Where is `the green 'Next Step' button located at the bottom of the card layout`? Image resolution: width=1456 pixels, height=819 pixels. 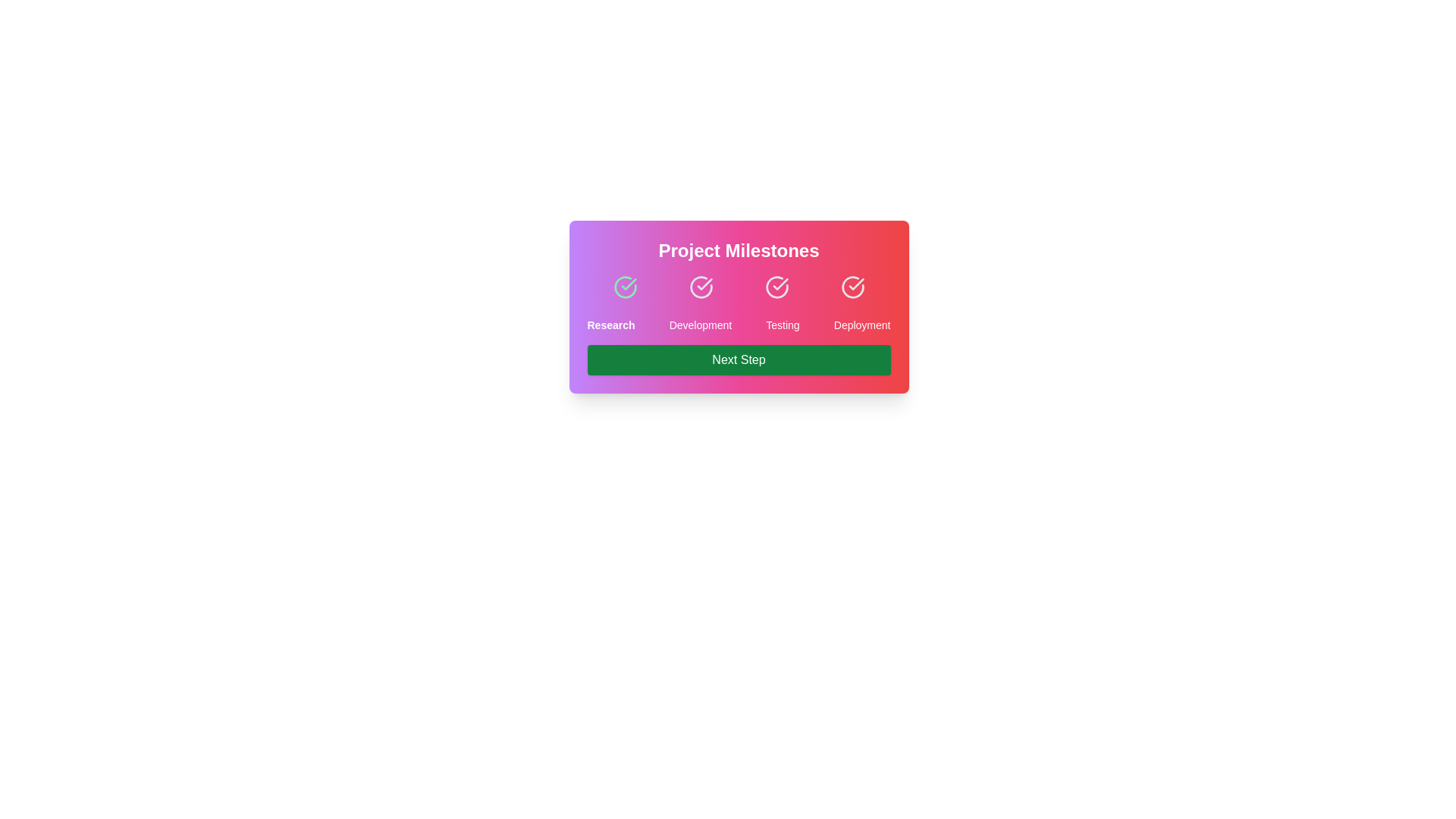 the green 'Next Step' button located at the bottom of the card layout is located at coordinates (739, 359).